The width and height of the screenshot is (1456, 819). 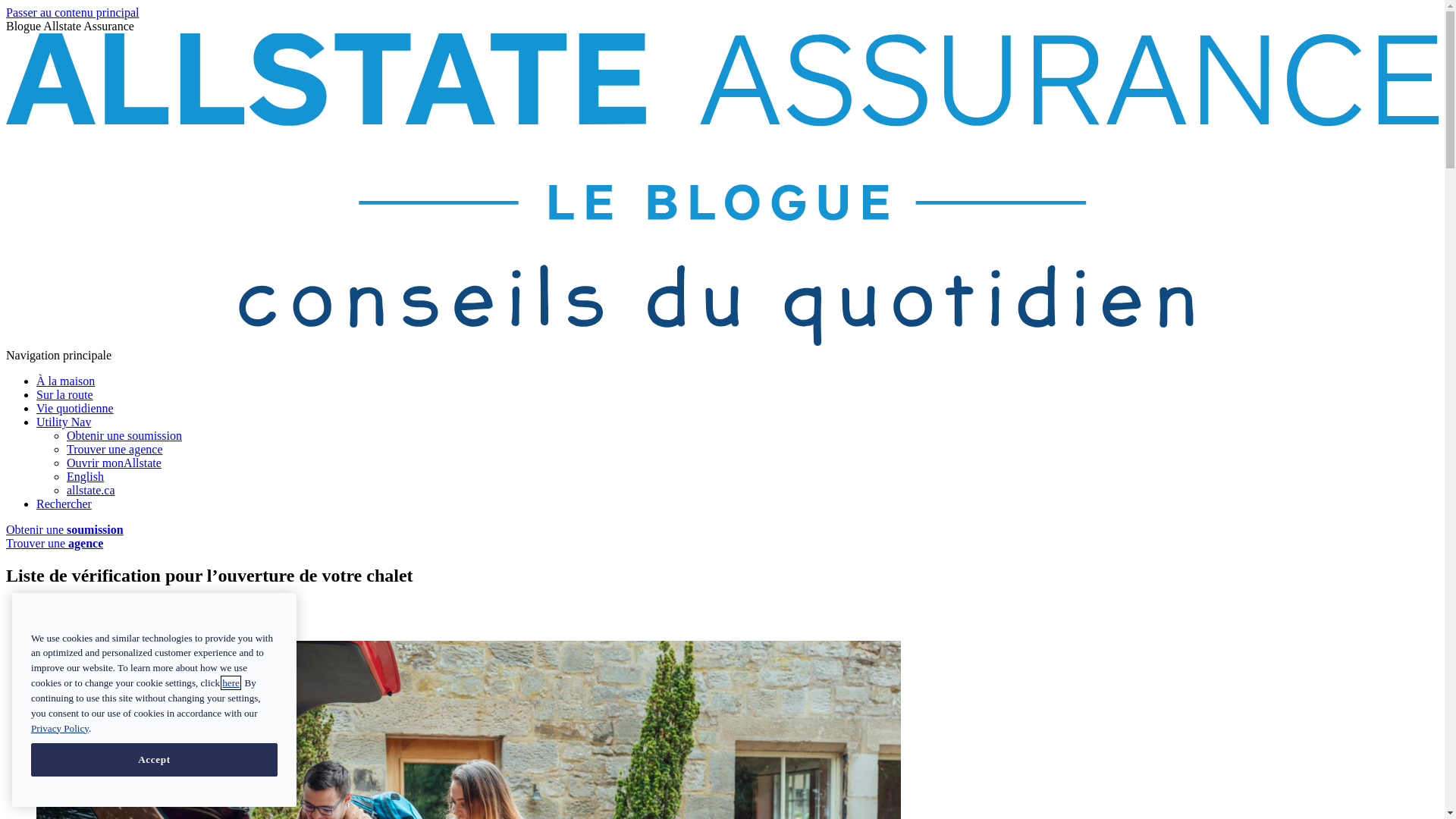 I want to click on 'Rechercher', so click(x=63, y=504).